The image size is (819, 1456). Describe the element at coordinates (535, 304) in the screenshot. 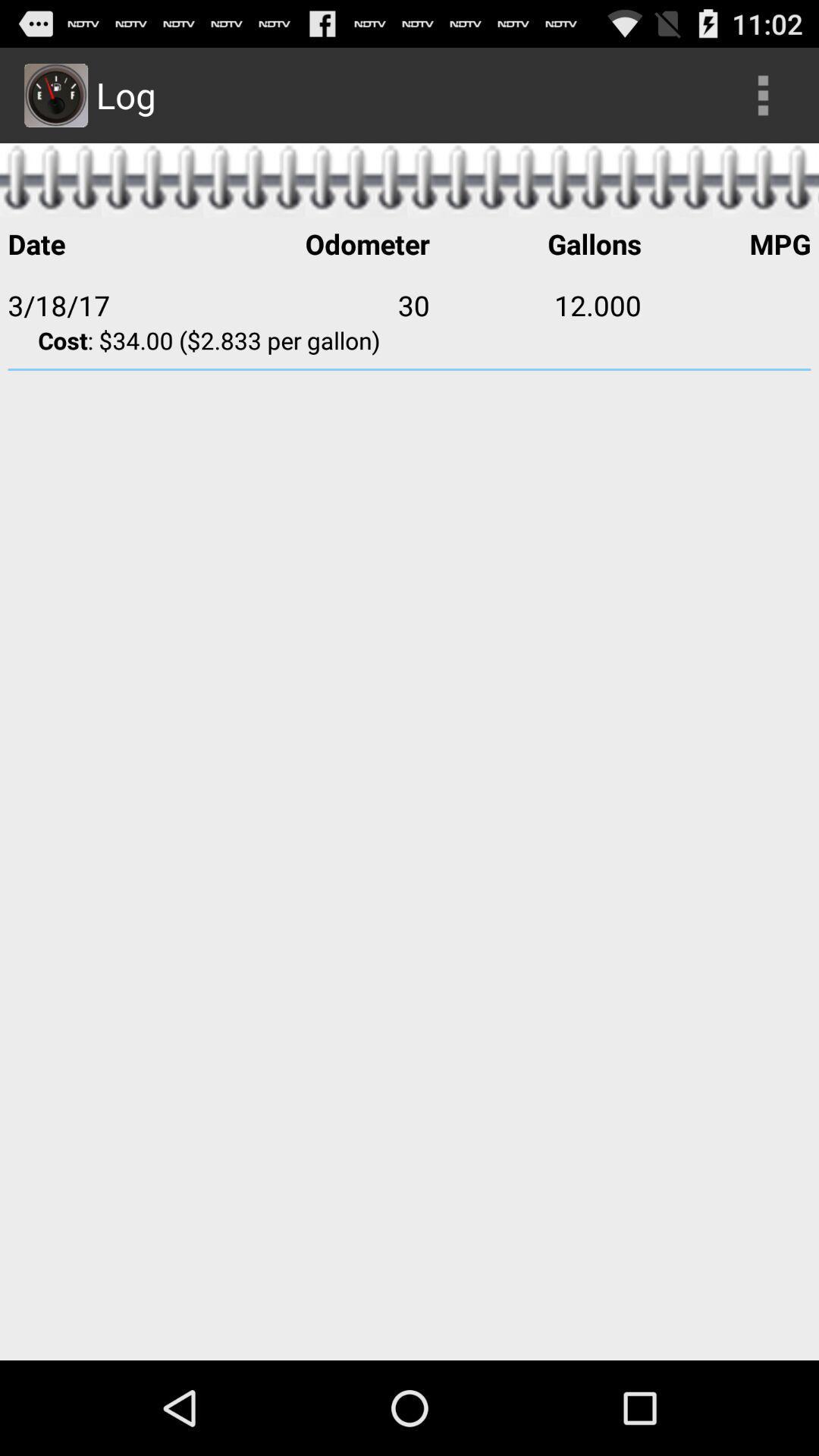

I see `icon above the cost 34 00 item` at that location.